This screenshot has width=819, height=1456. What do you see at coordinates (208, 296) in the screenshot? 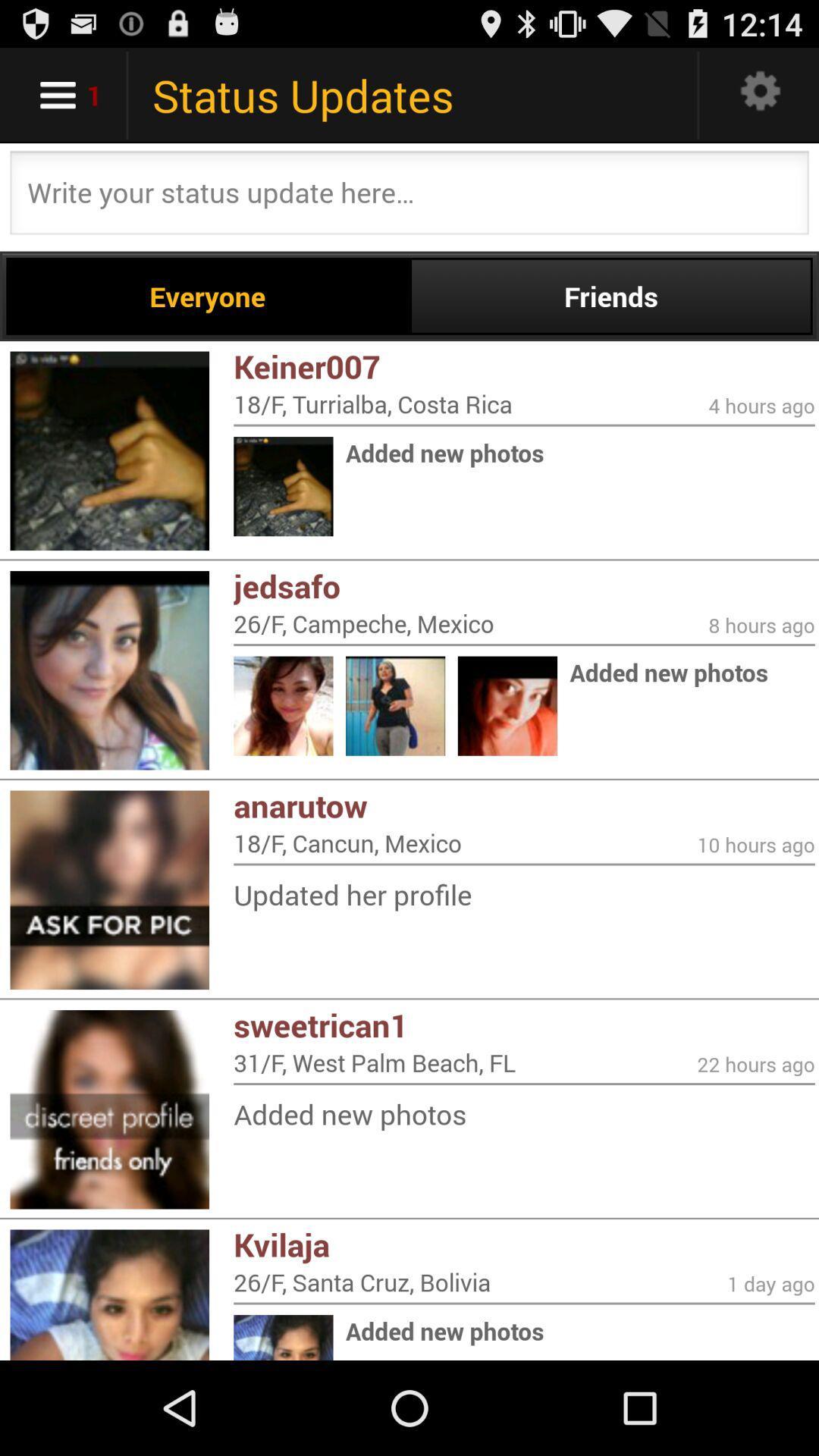
I see `the icon next to the friends` at bounding box center [208, 296].